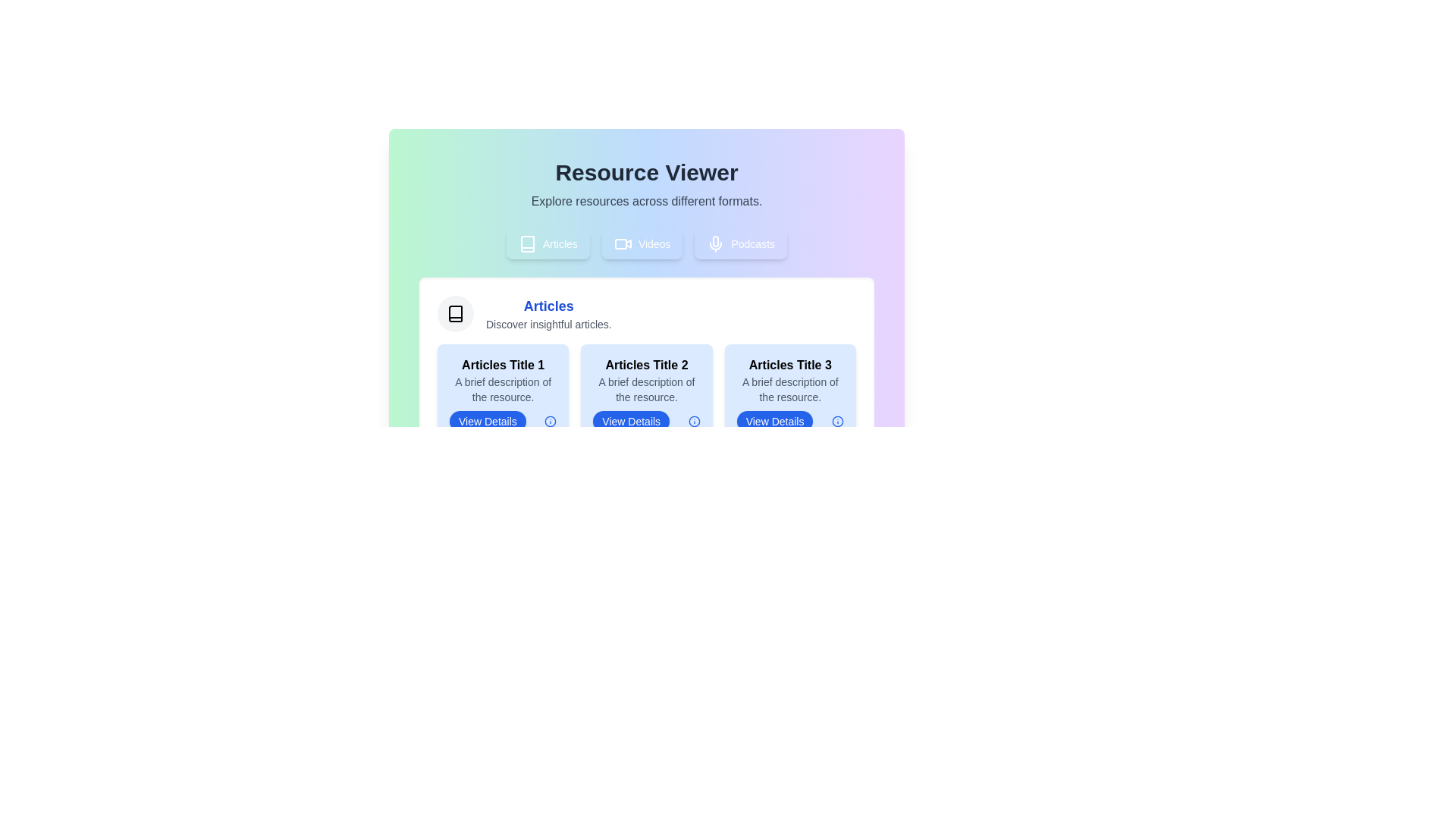  Describe the element at coordinates (836, 421) in the screenshot. I see `the circular blue 'info' icon located in the third card of the article listing section, to the right of the 'View Details' button` at that location.